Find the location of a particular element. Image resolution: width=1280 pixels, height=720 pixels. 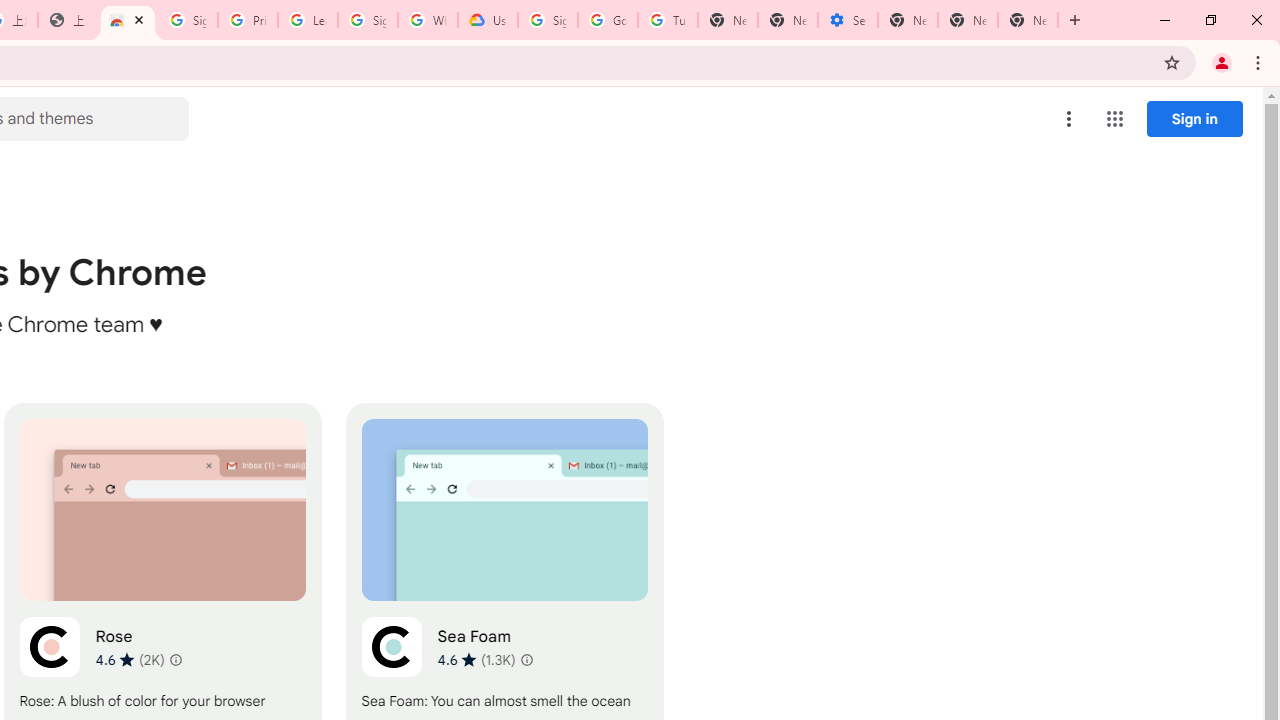

'Chrome Web Store - Color themes by Chrome' is located at coordinates (127, 20).